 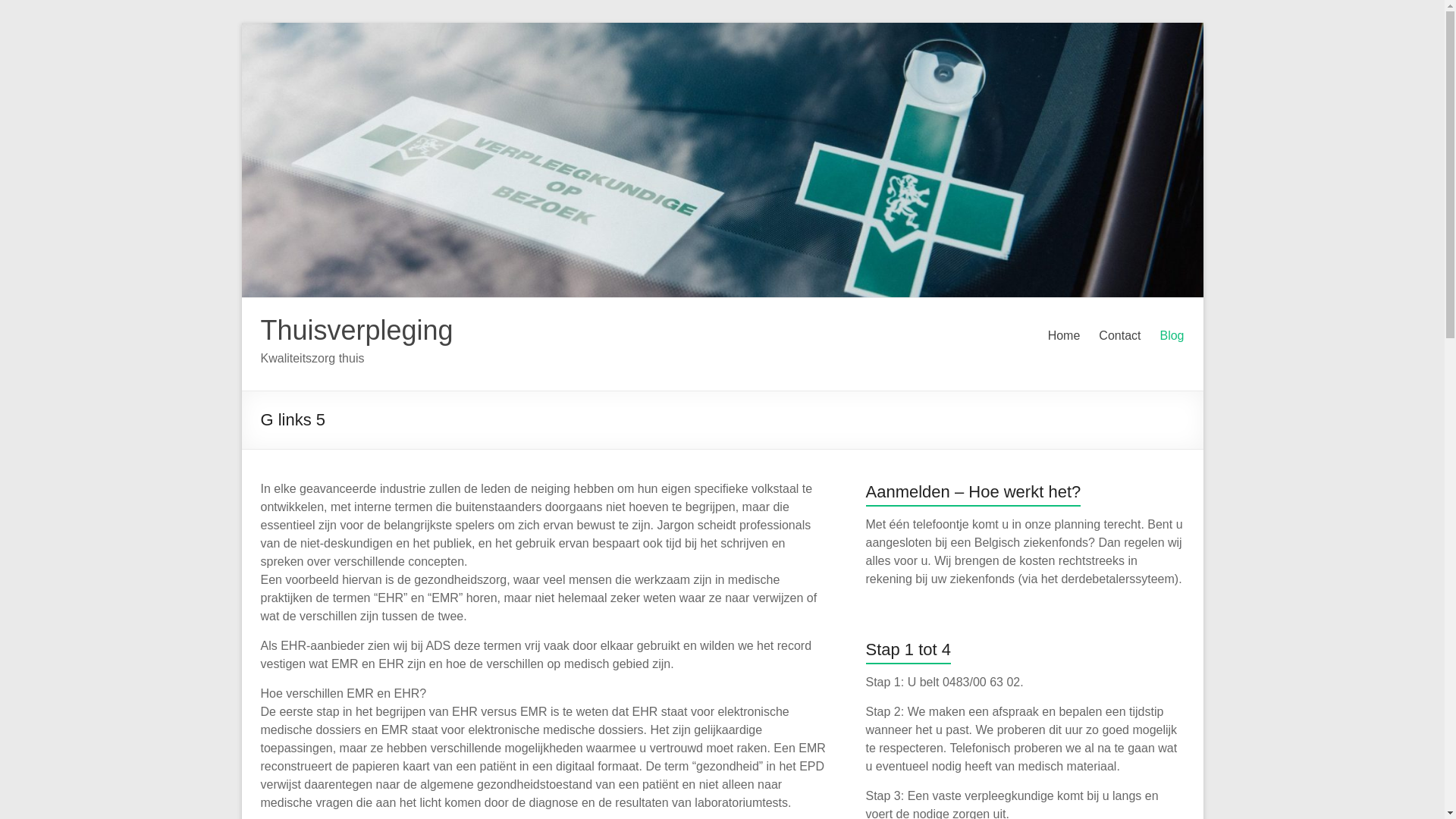 What do you see at coordinates (356, 329) in the screenshot?
I see `'Thuisverpleging'` at bounding box center [356, 329].